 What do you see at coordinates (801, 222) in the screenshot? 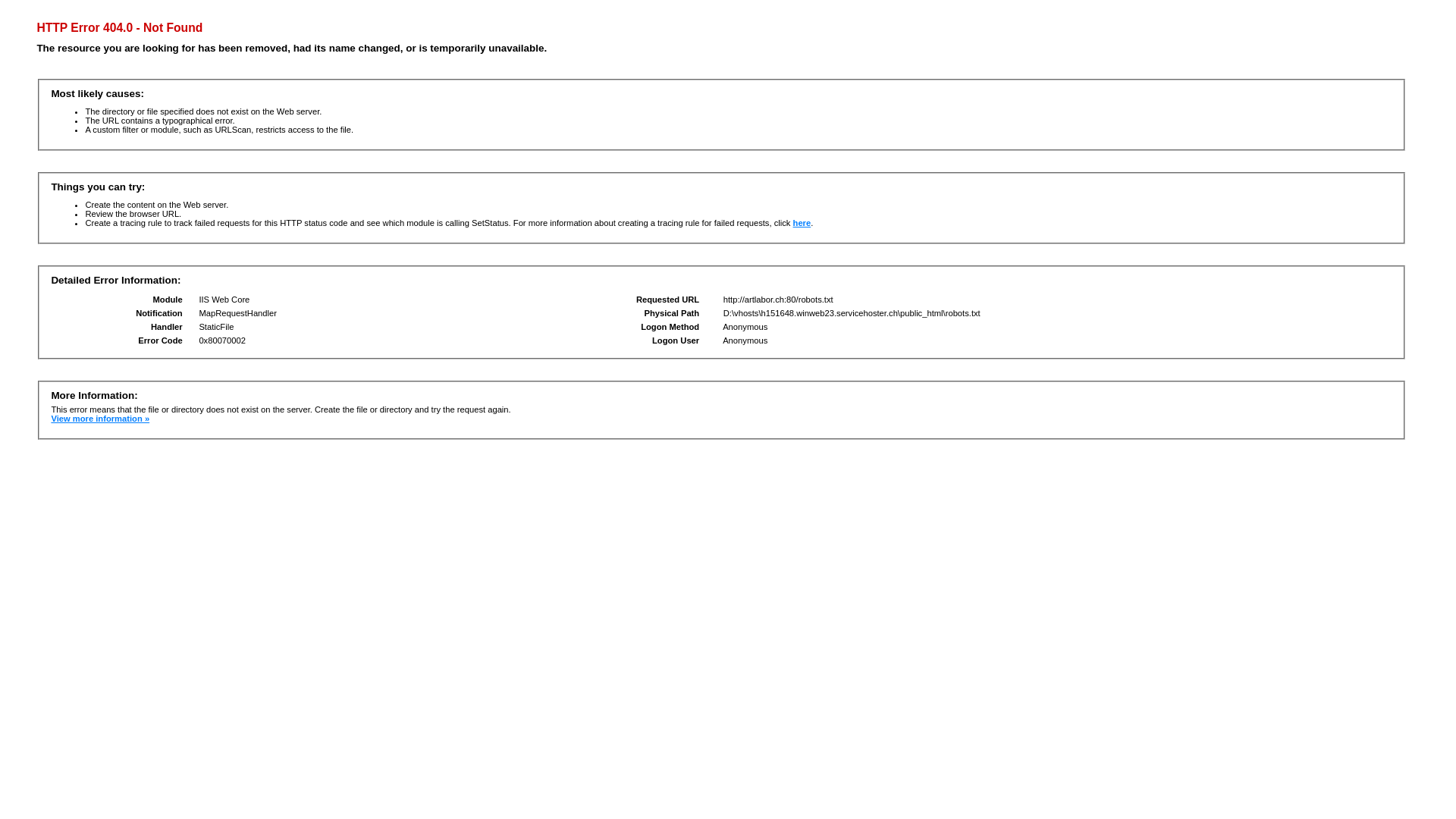
I see `'here'` at bounding box center [801, 222].